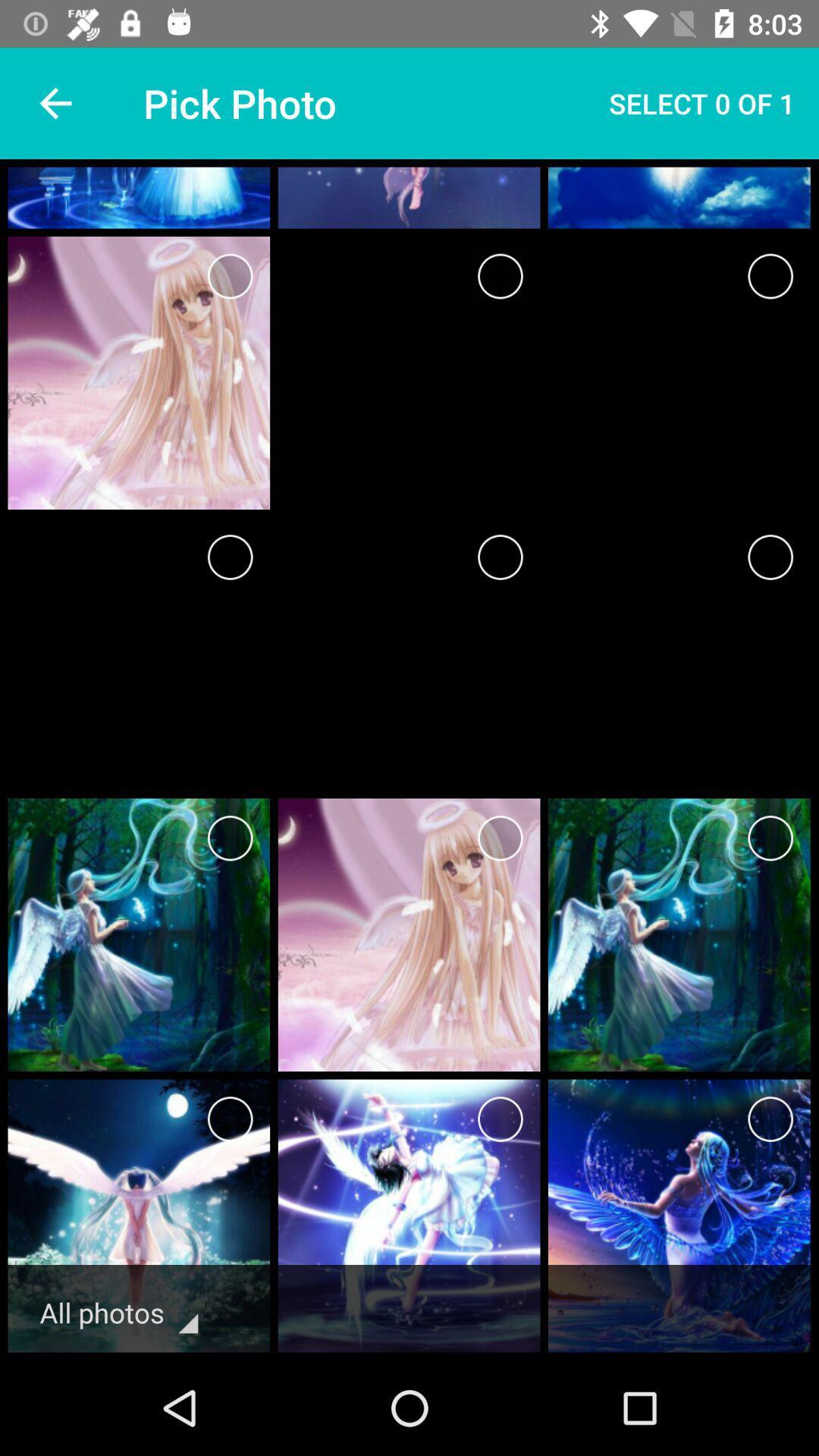 The image size is (819, 1456). Describe the element at coordinates (770, 837) in the screenshot. I see `edit photo page` at that location.